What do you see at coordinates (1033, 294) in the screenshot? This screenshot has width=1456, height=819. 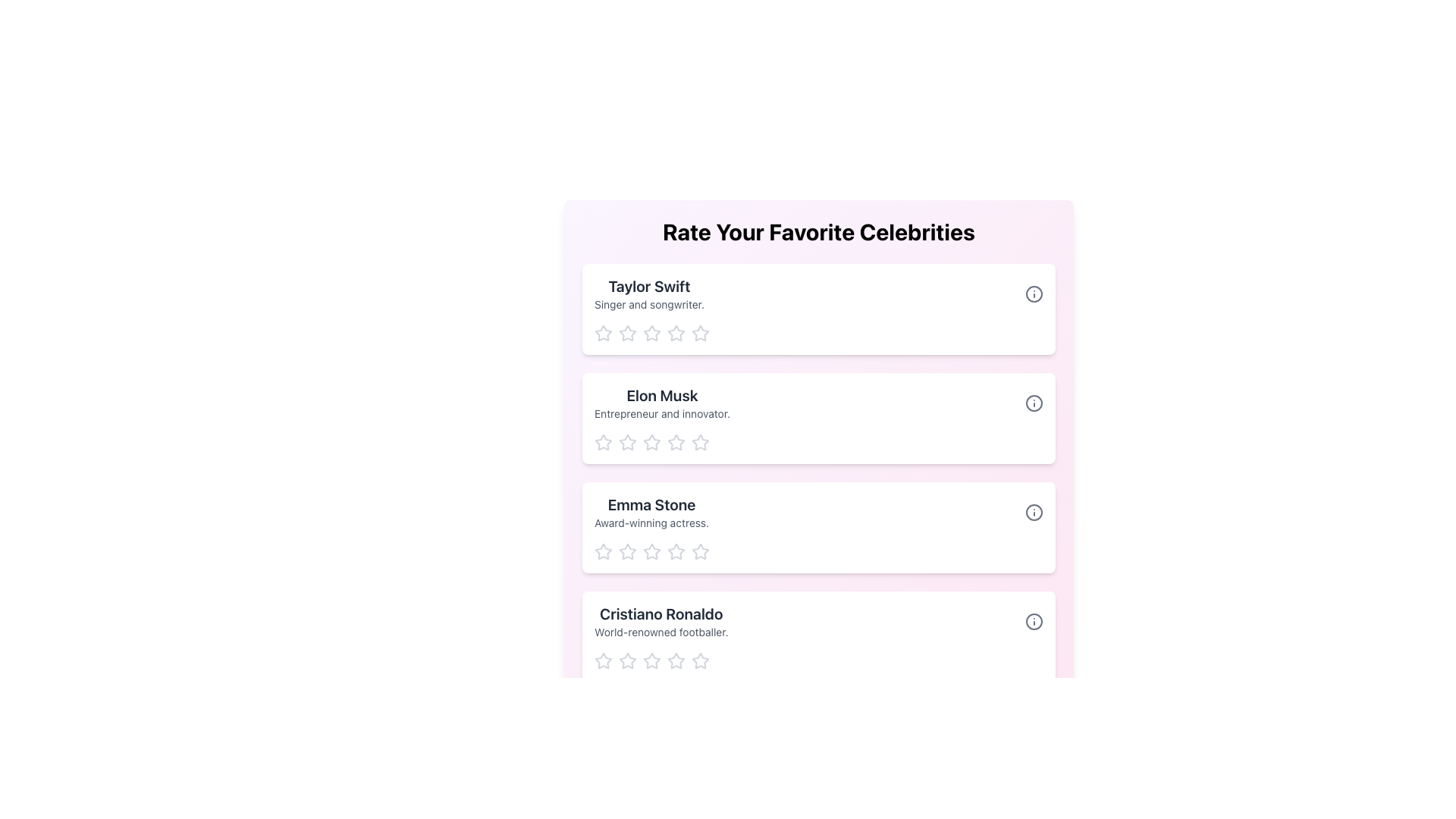 I see `the SVG Circle icon representing Taylor Swift in the 'Rate Your Favorite Celebrities' list, located in the top right corner of the row` at bounding box center [1033, 294].